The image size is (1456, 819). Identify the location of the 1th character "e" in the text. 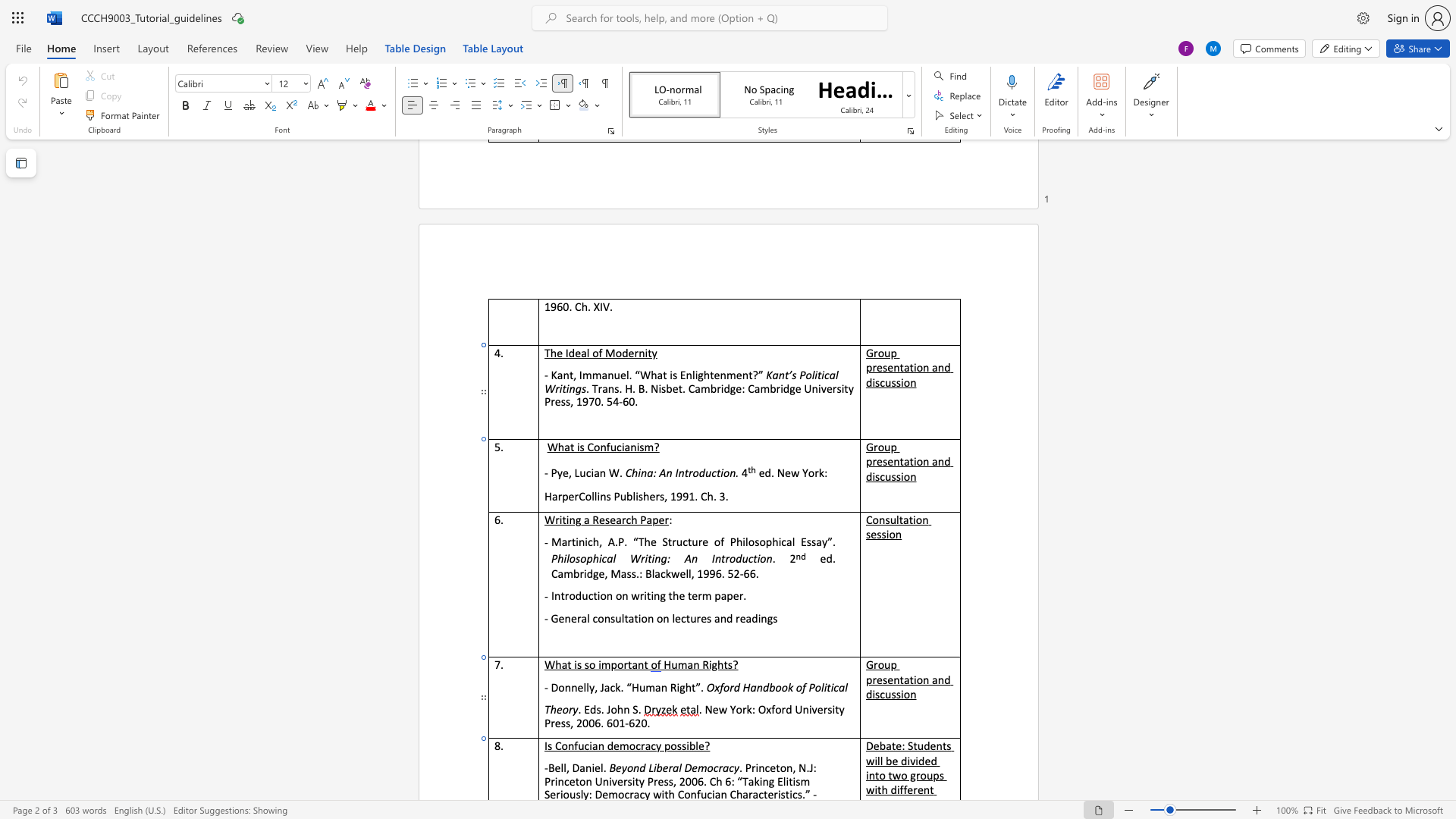
(601, 519).